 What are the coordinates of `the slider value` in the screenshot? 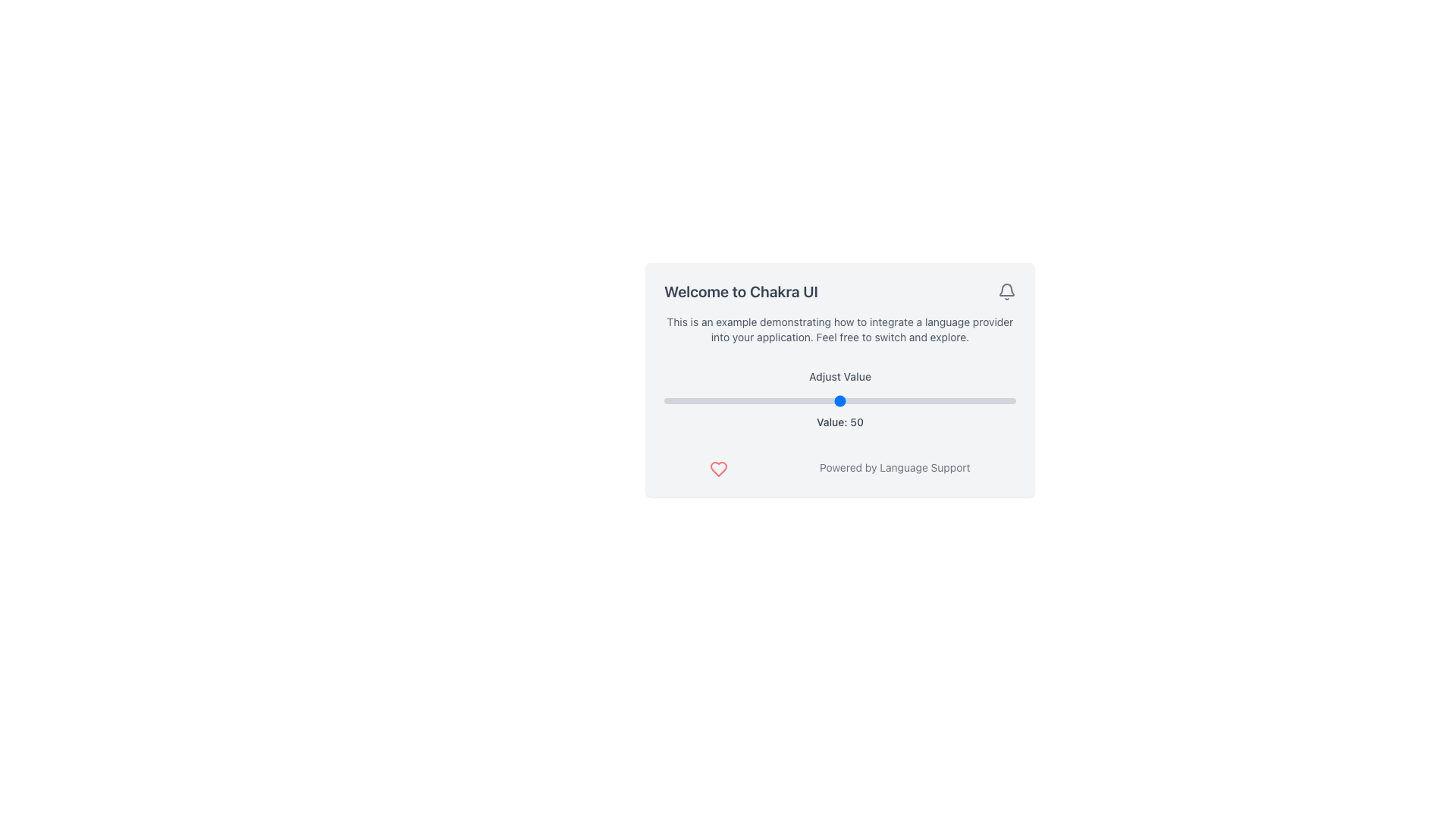 It's located at (941, 400).